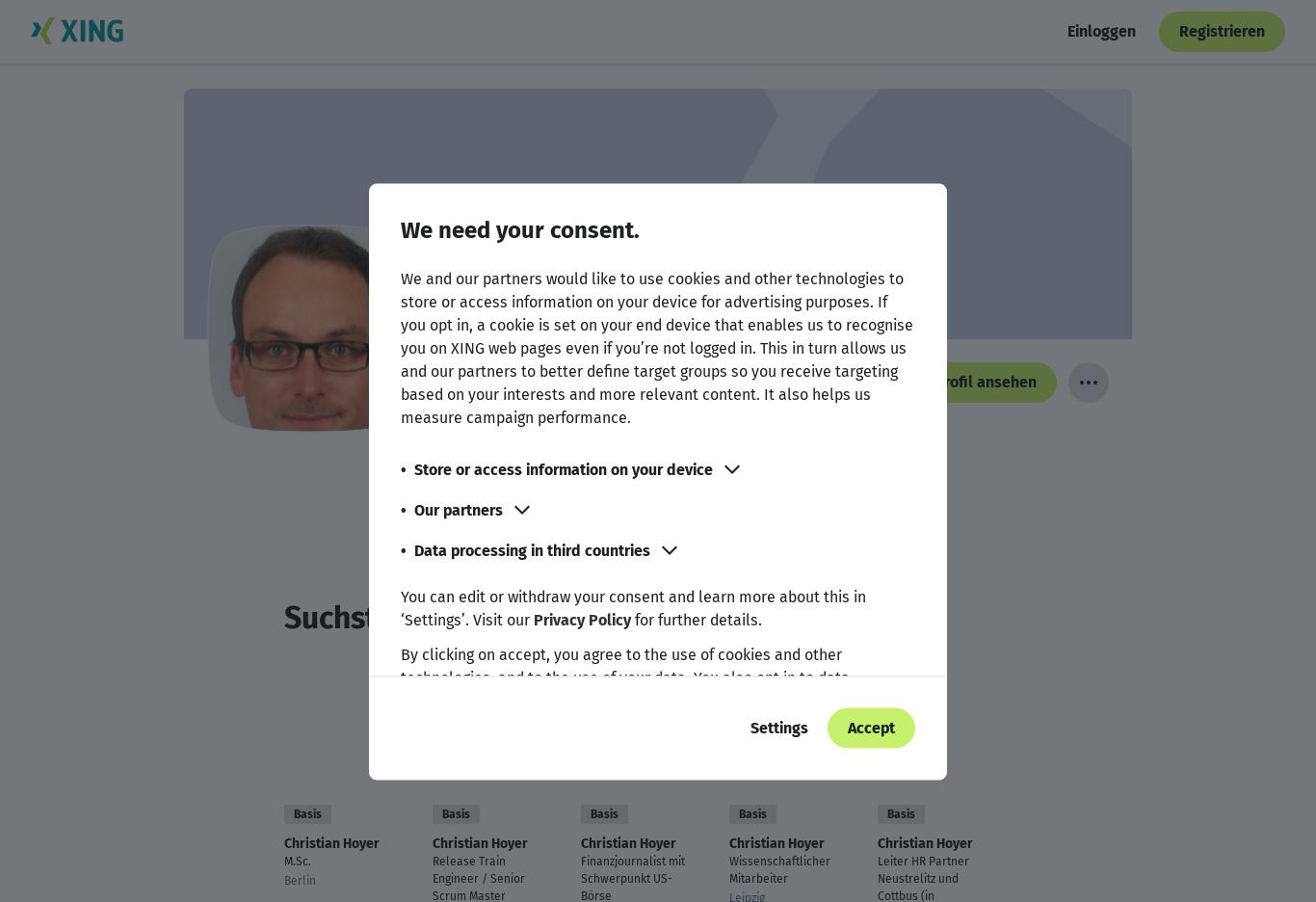 This screenshot has width=1316, height=902. Describe the element at coordinates (1221, 30) in the screenshot. I see `'Registrieren'` at that location.